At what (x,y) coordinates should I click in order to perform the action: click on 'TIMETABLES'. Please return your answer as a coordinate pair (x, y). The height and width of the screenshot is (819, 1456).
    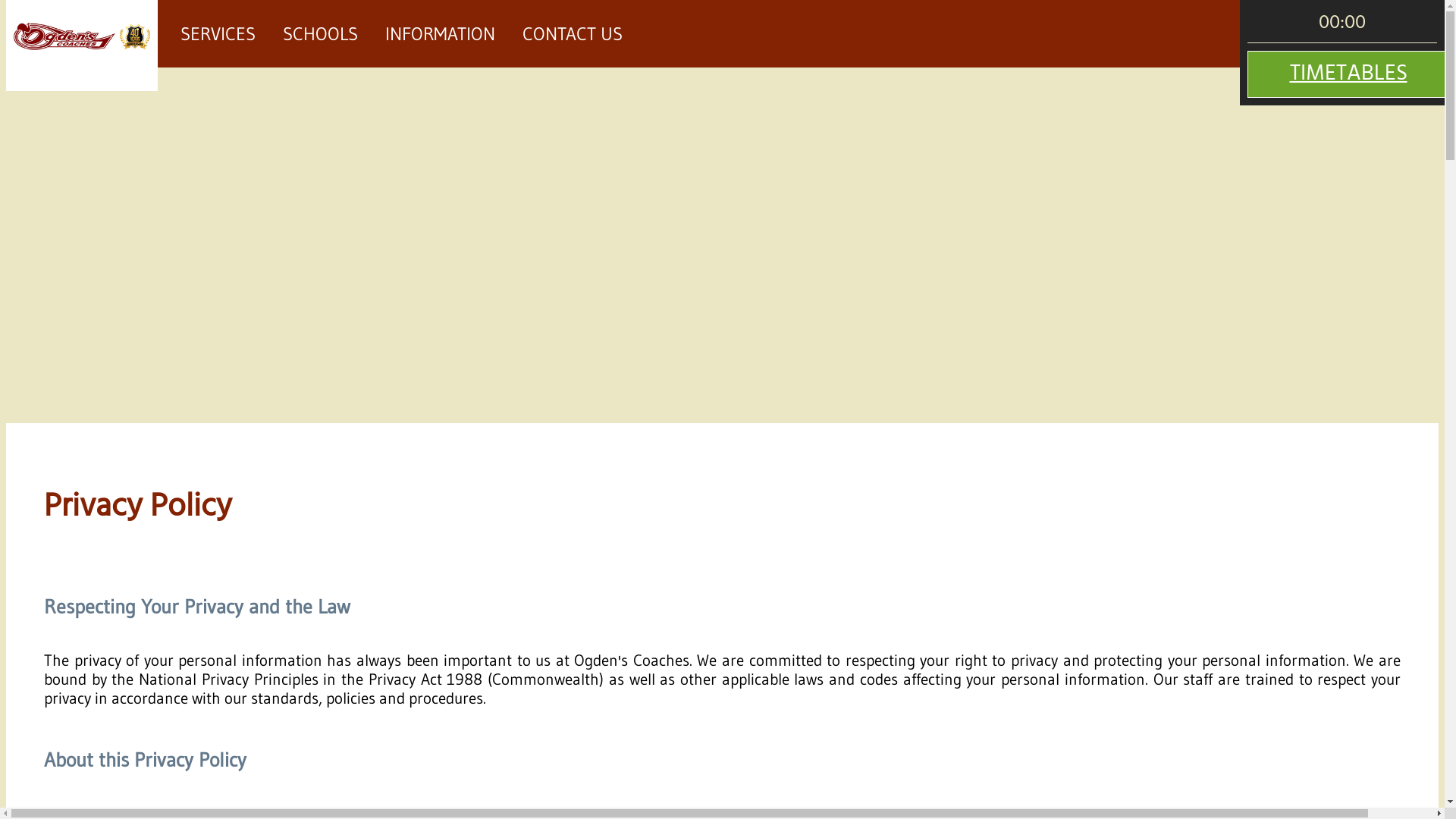
    Looking at the image, I should click on (1348, 74).